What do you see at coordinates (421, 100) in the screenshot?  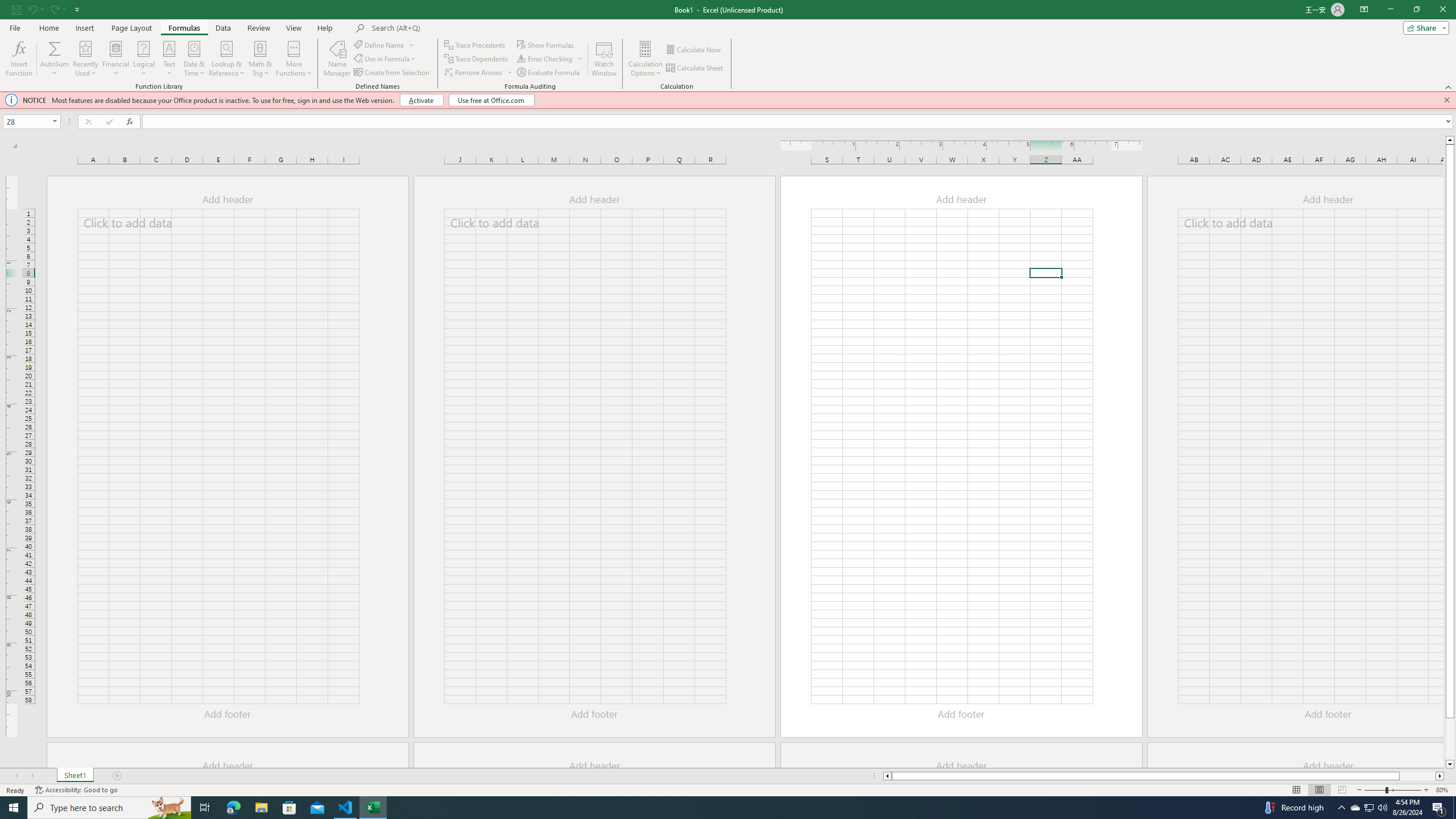 I see `'Activate'` at bounding box center [421, 100].